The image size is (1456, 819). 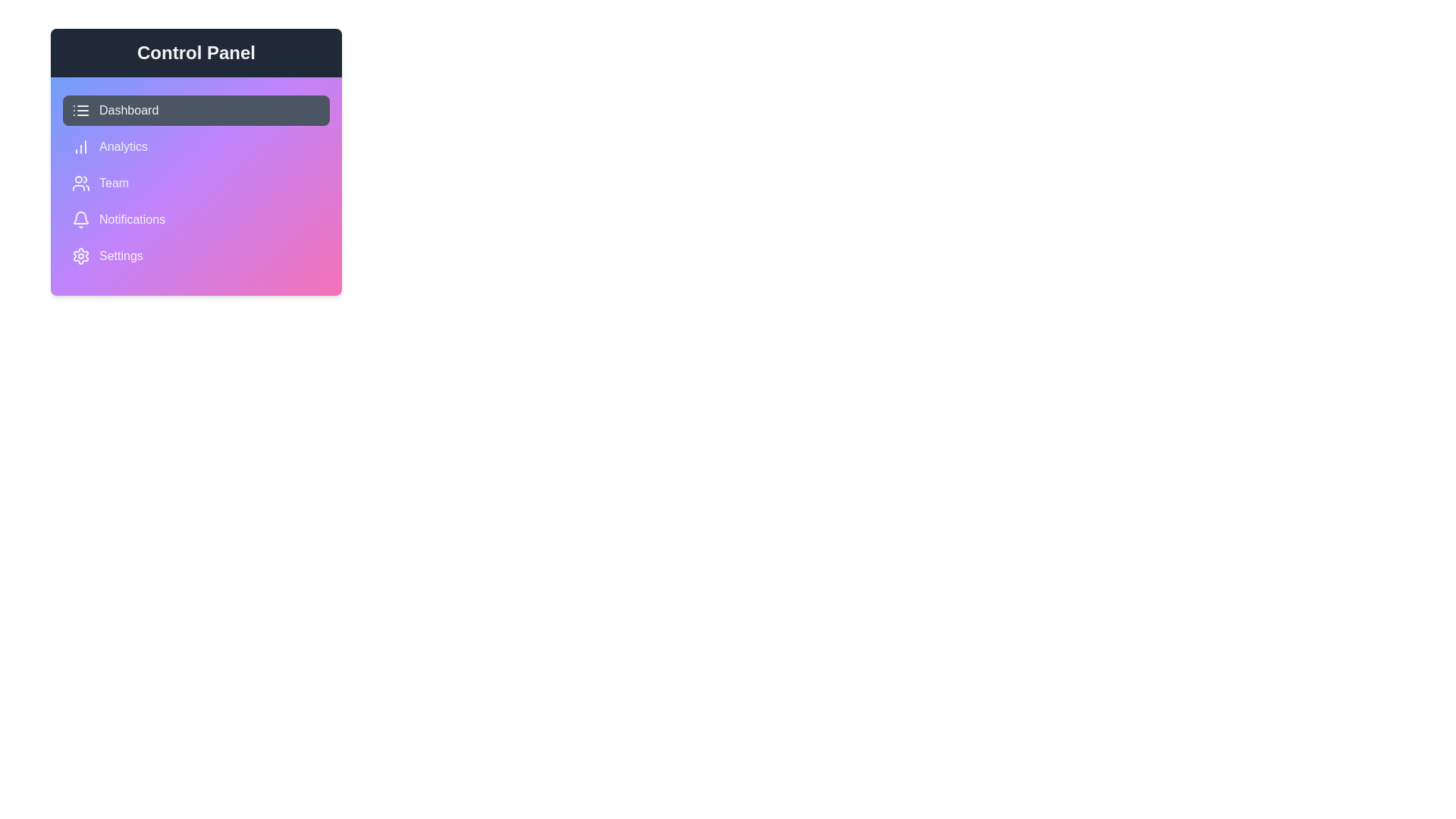 I want to click on the 'Team' menu item icon located to the left of the 'Team' text in the vertical navigation menu under the 'Control Panel', so click(x=80, y=183).